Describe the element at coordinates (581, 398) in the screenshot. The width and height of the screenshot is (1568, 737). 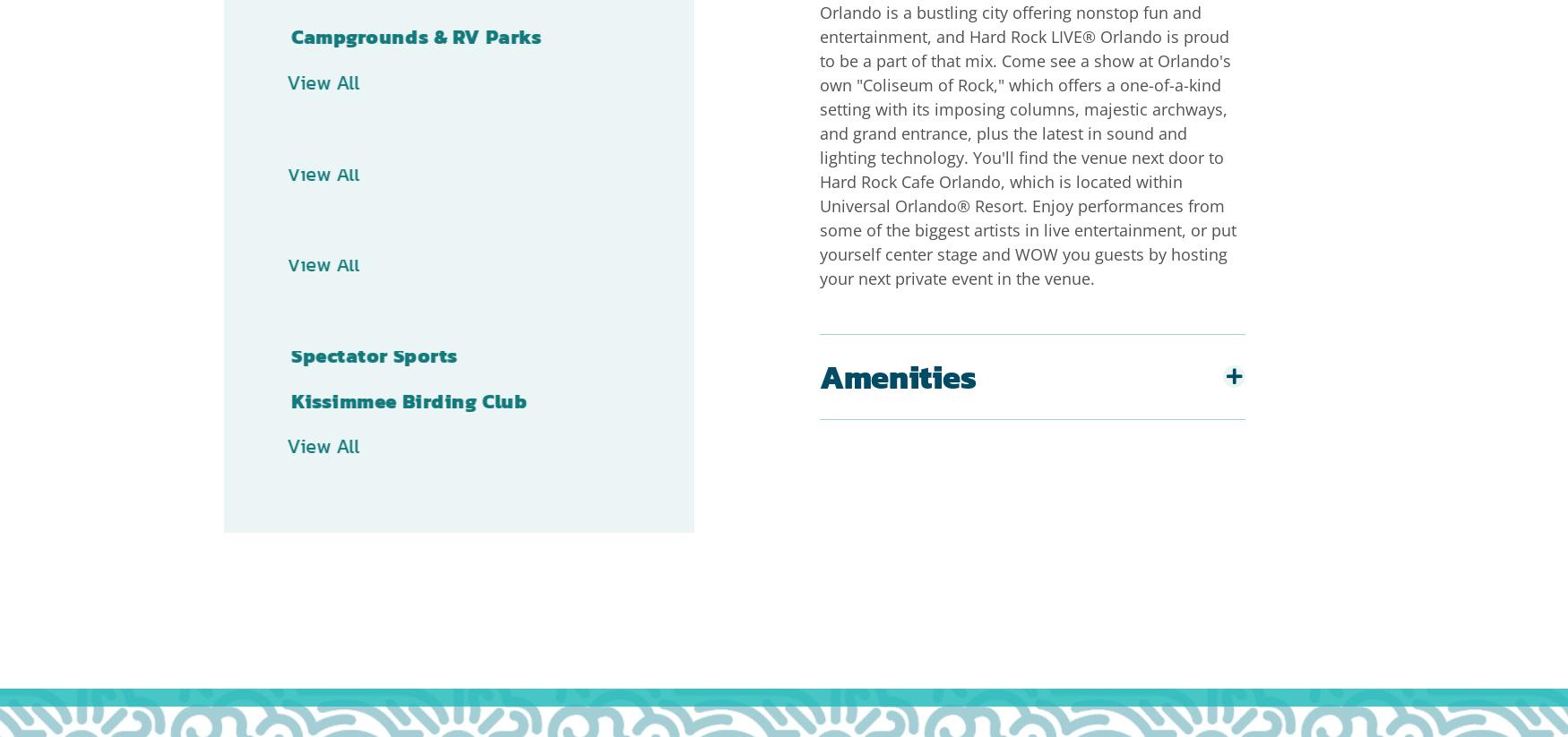
I see `'Receive Exclusive Kissimmee Offers Straight to Your Inbox'` at that location.